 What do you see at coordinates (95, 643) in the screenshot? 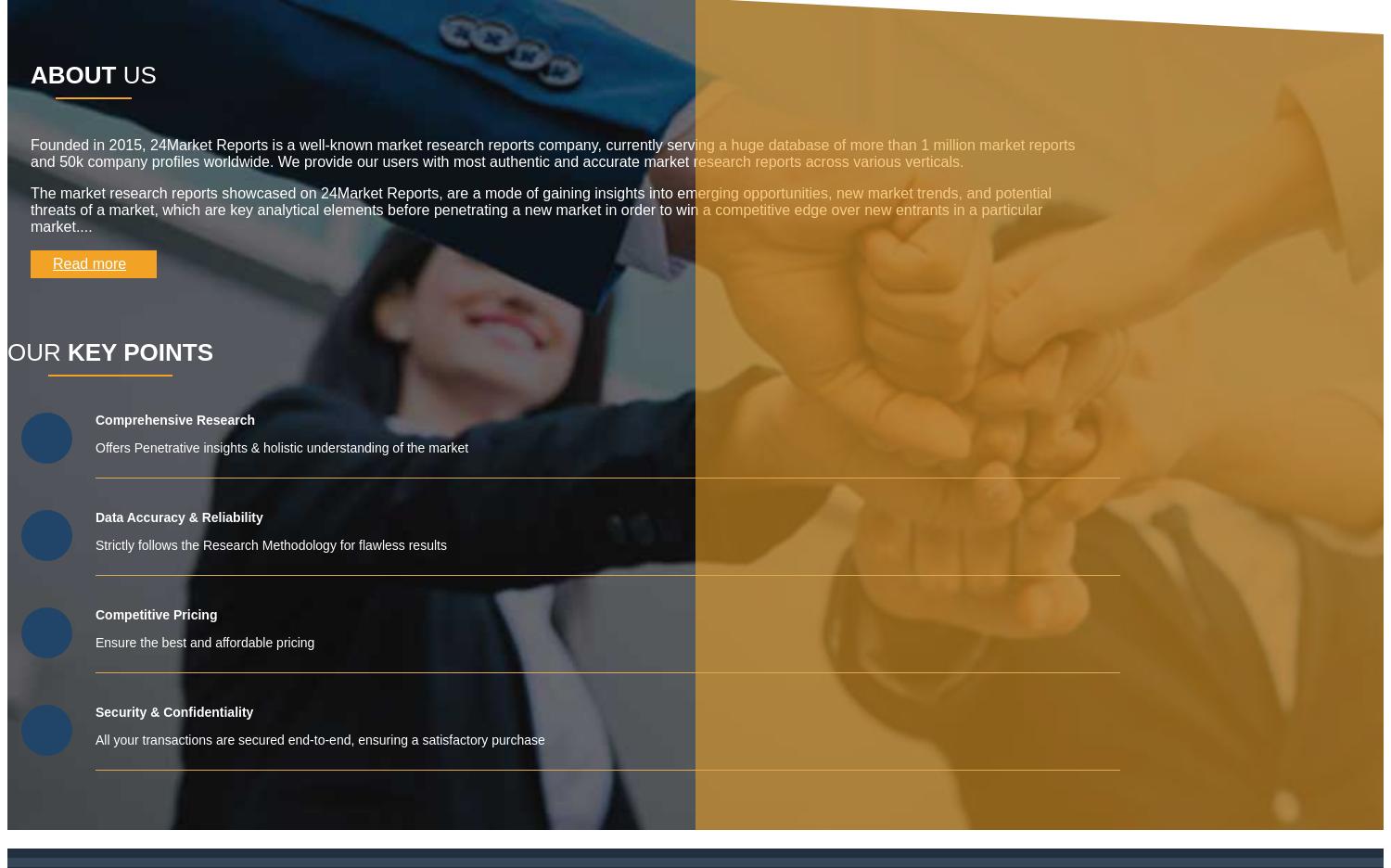
I see `'Ensure the best and affordable pricing'` at bounding box center [95, 643].